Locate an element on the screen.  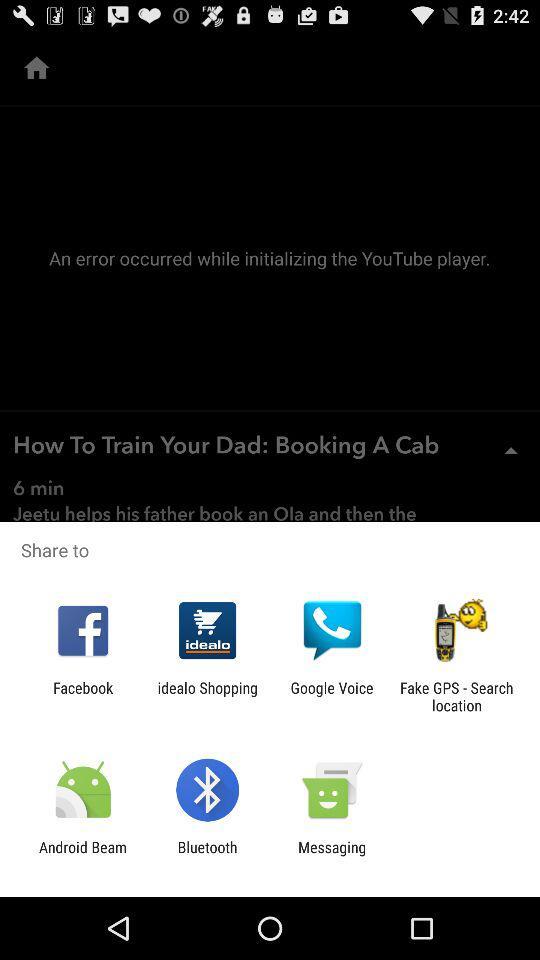
the messaging app is located at coordinates (332, 855).